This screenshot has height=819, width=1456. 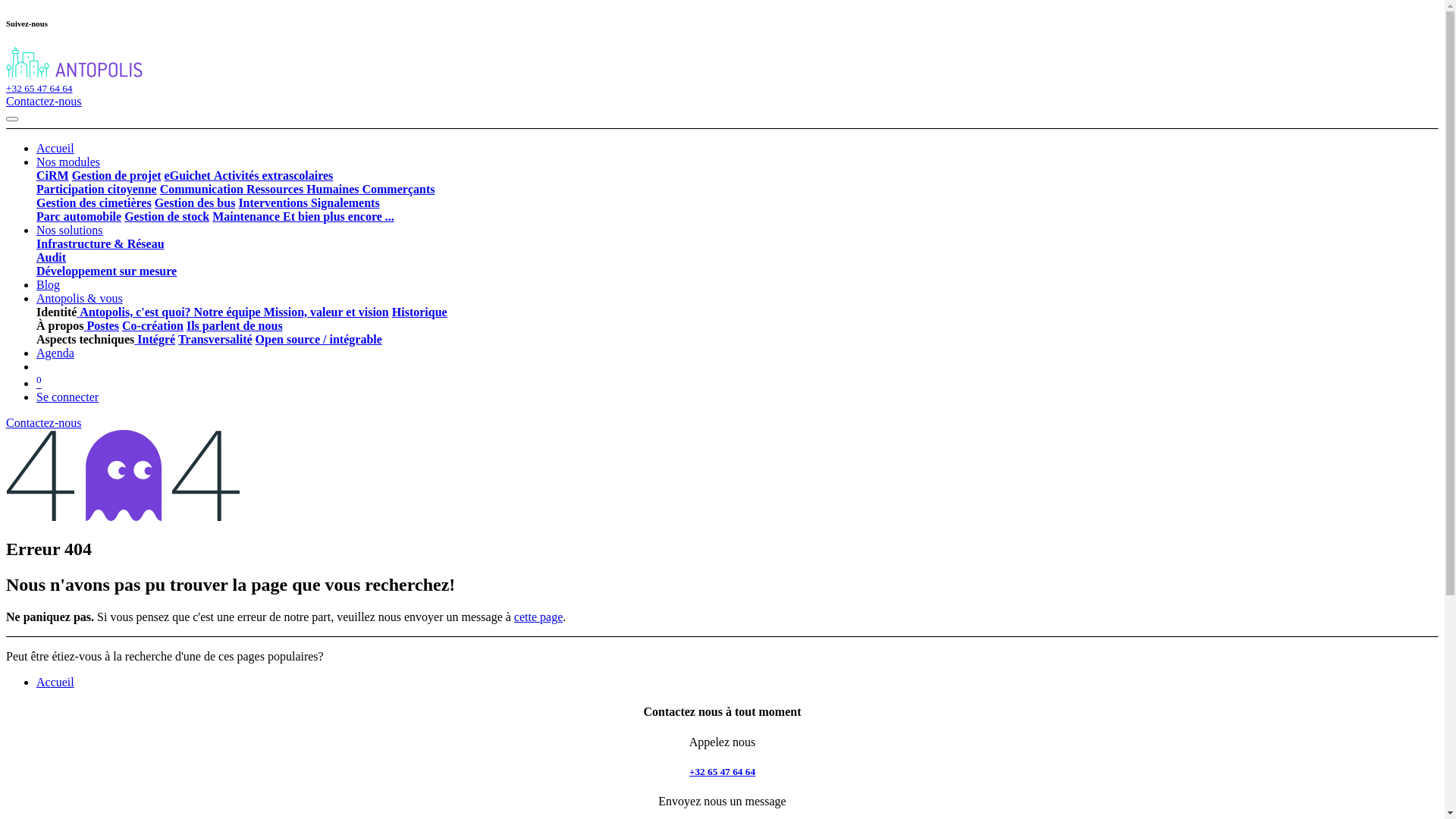 What do you see at coordinates (234, 325) in the screenshot?
I see `'Ils parlent de nous'` at bounding box center [234, 325].